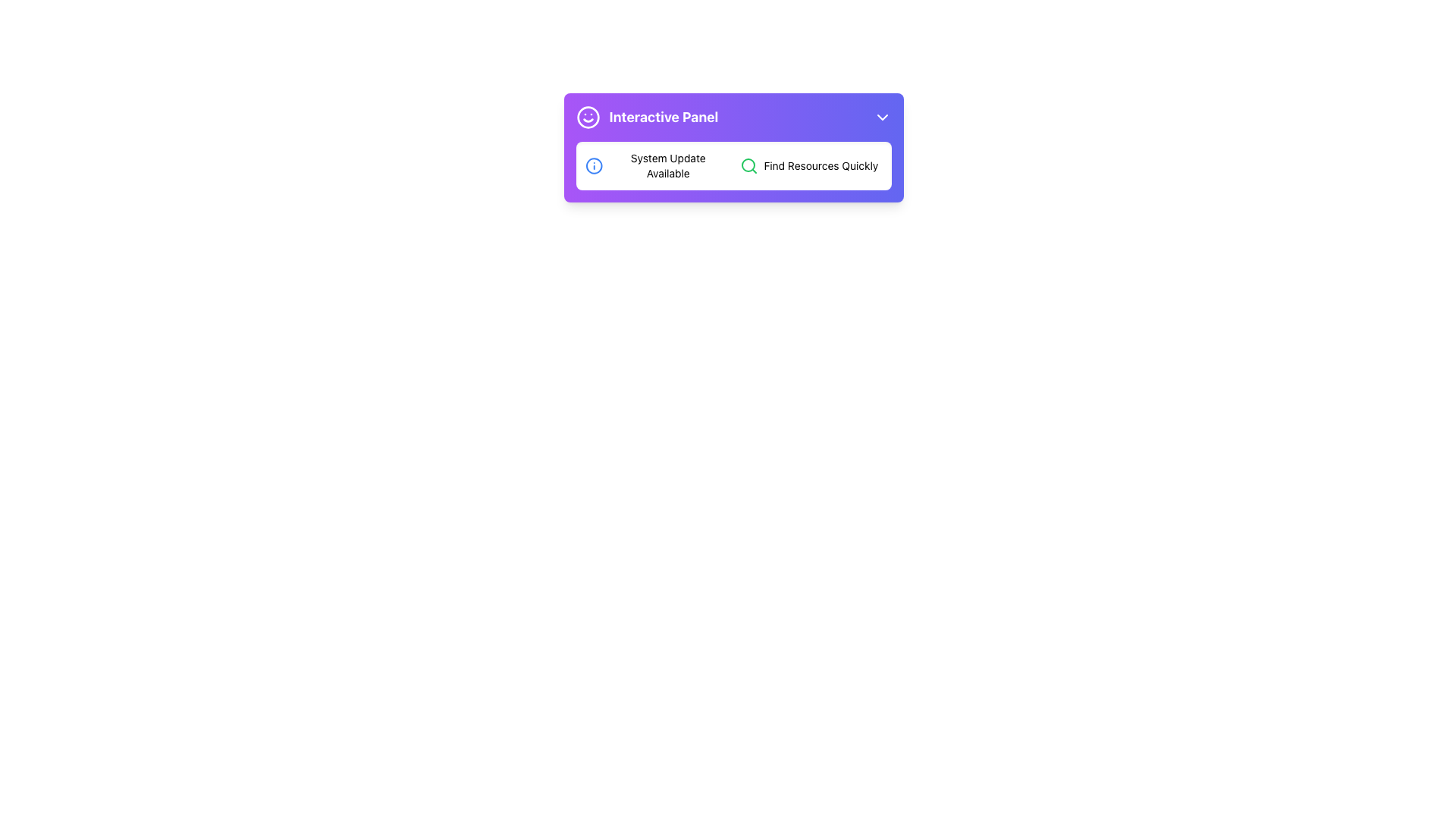 The height and width of the screenshot is (819, 1456). I want to click on text label informing the user about a system update being available, located in the center of the purple box labeled 'Interactive Panel', so click(667, 166).